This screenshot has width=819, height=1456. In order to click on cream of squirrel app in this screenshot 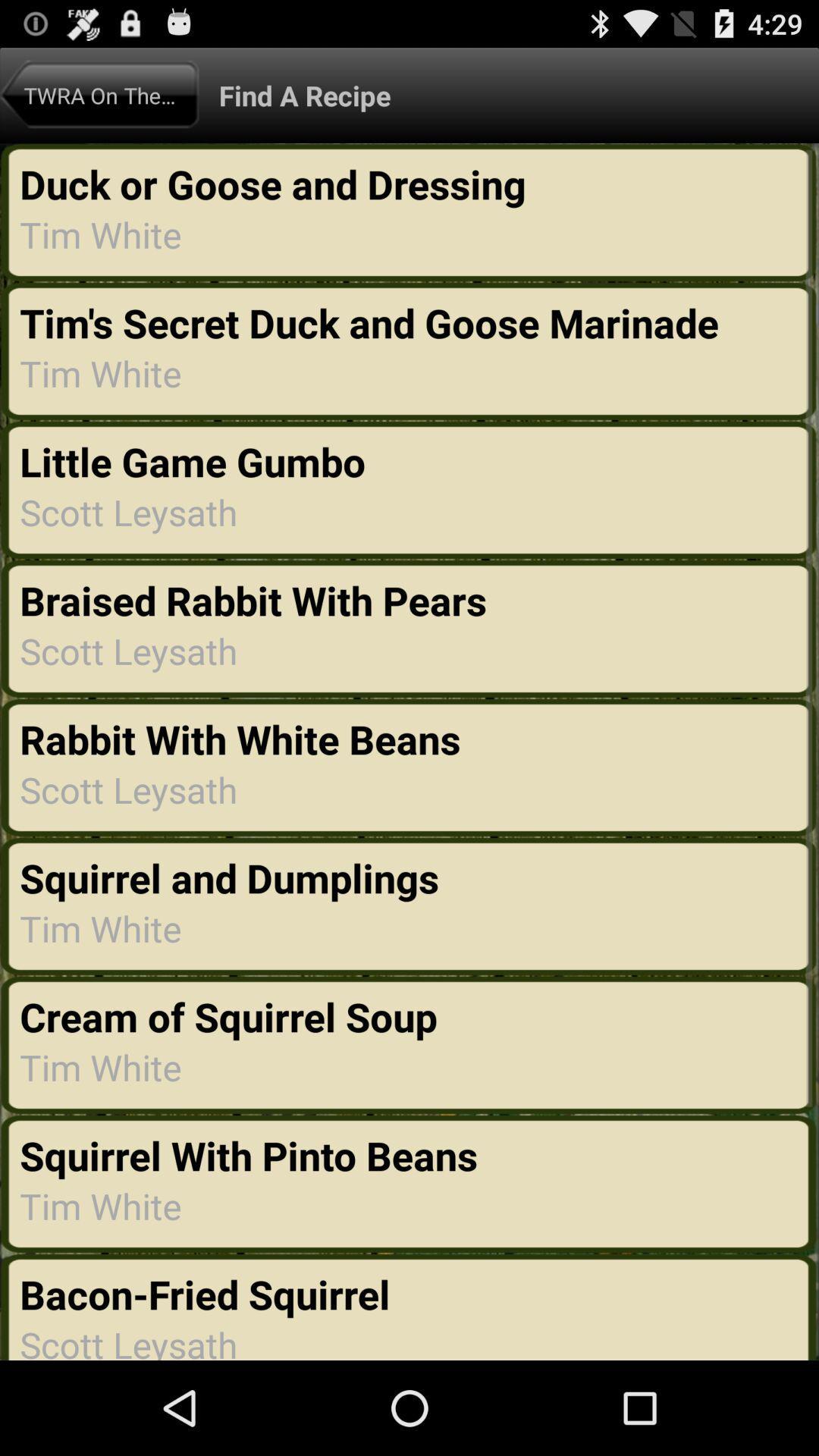, I will do `click(233, 1016)`.